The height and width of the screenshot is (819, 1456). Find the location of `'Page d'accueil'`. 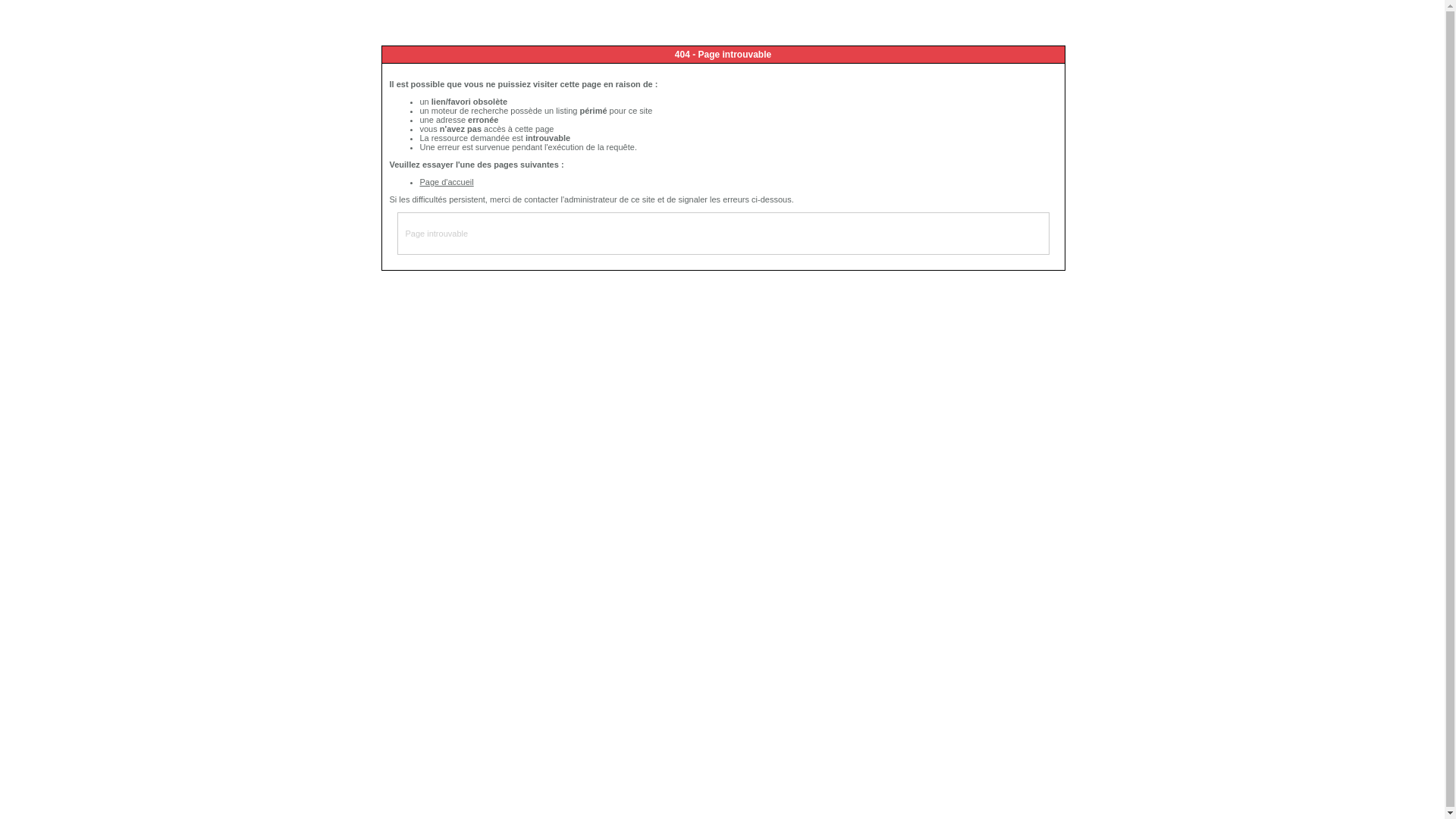

'Page d'accueil' is located at coordinates (446, 180).